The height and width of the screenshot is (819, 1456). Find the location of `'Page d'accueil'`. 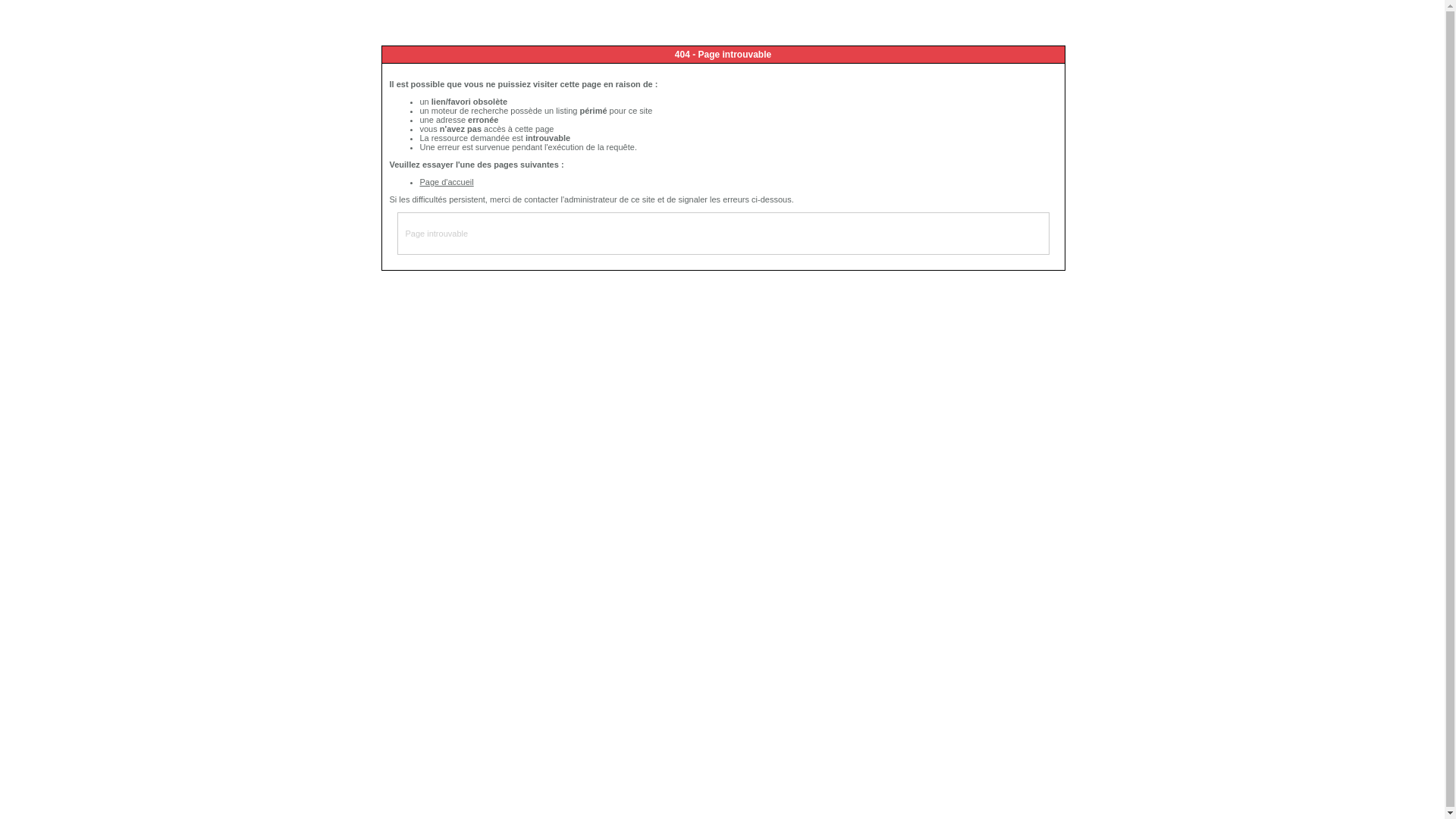

'Page d'accueil' is located at coordinates (446, 180).